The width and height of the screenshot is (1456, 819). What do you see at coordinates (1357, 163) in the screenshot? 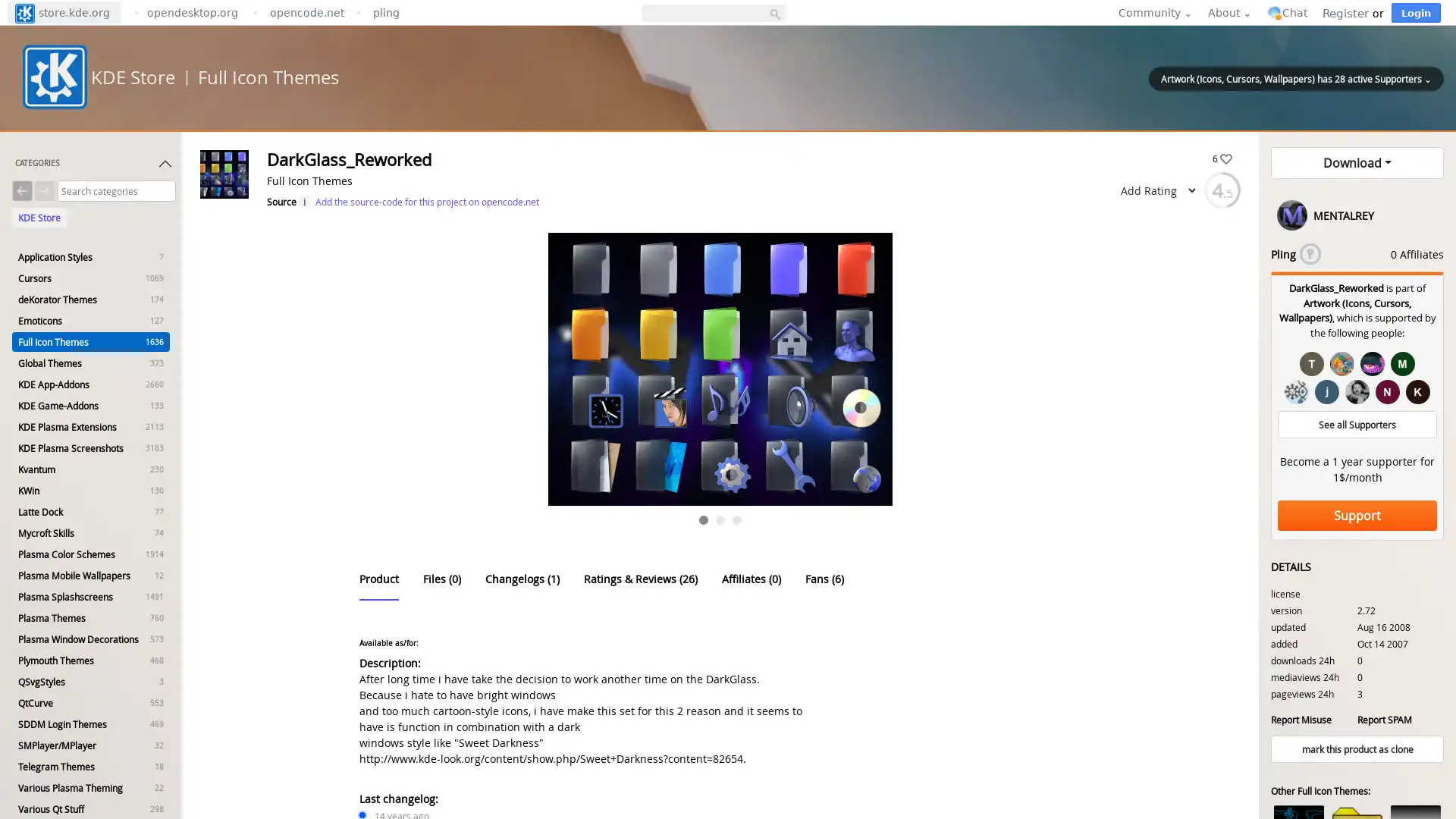
I see `Download` at bounding box center [1357, 163].